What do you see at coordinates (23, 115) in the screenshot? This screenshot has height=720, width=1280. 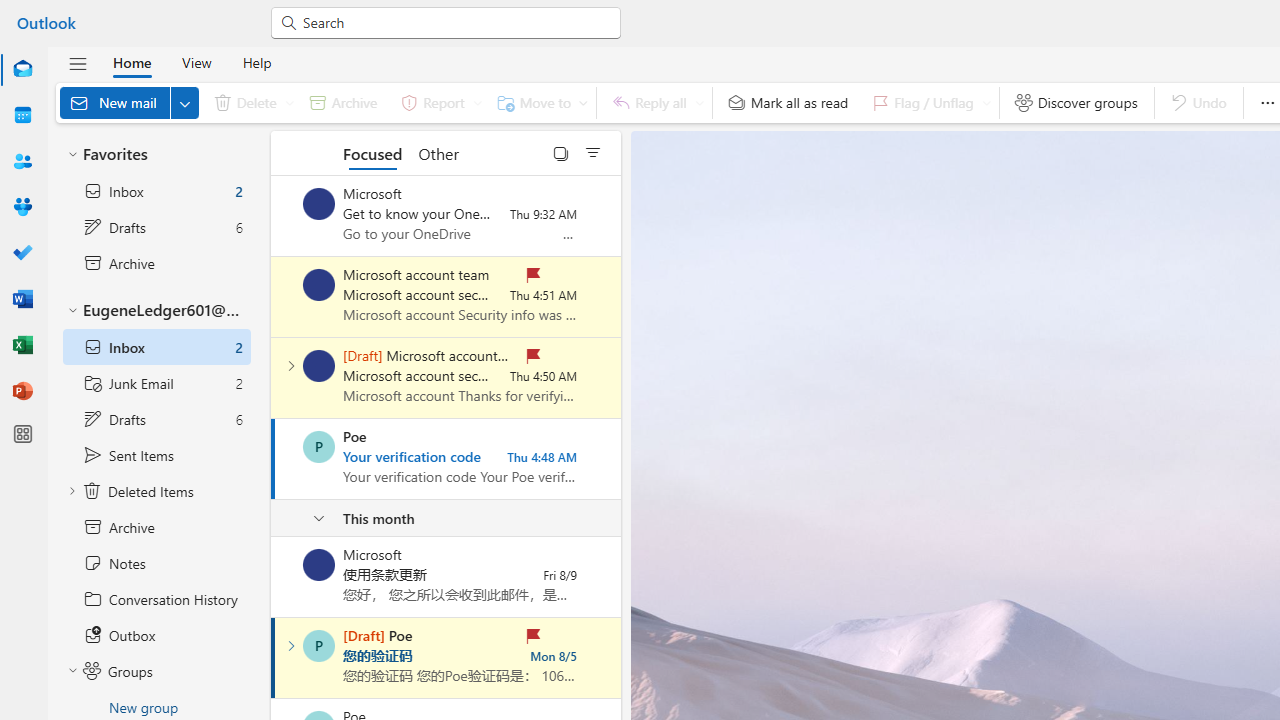 I see `'Calendar'` at bounding box center [23, 115].